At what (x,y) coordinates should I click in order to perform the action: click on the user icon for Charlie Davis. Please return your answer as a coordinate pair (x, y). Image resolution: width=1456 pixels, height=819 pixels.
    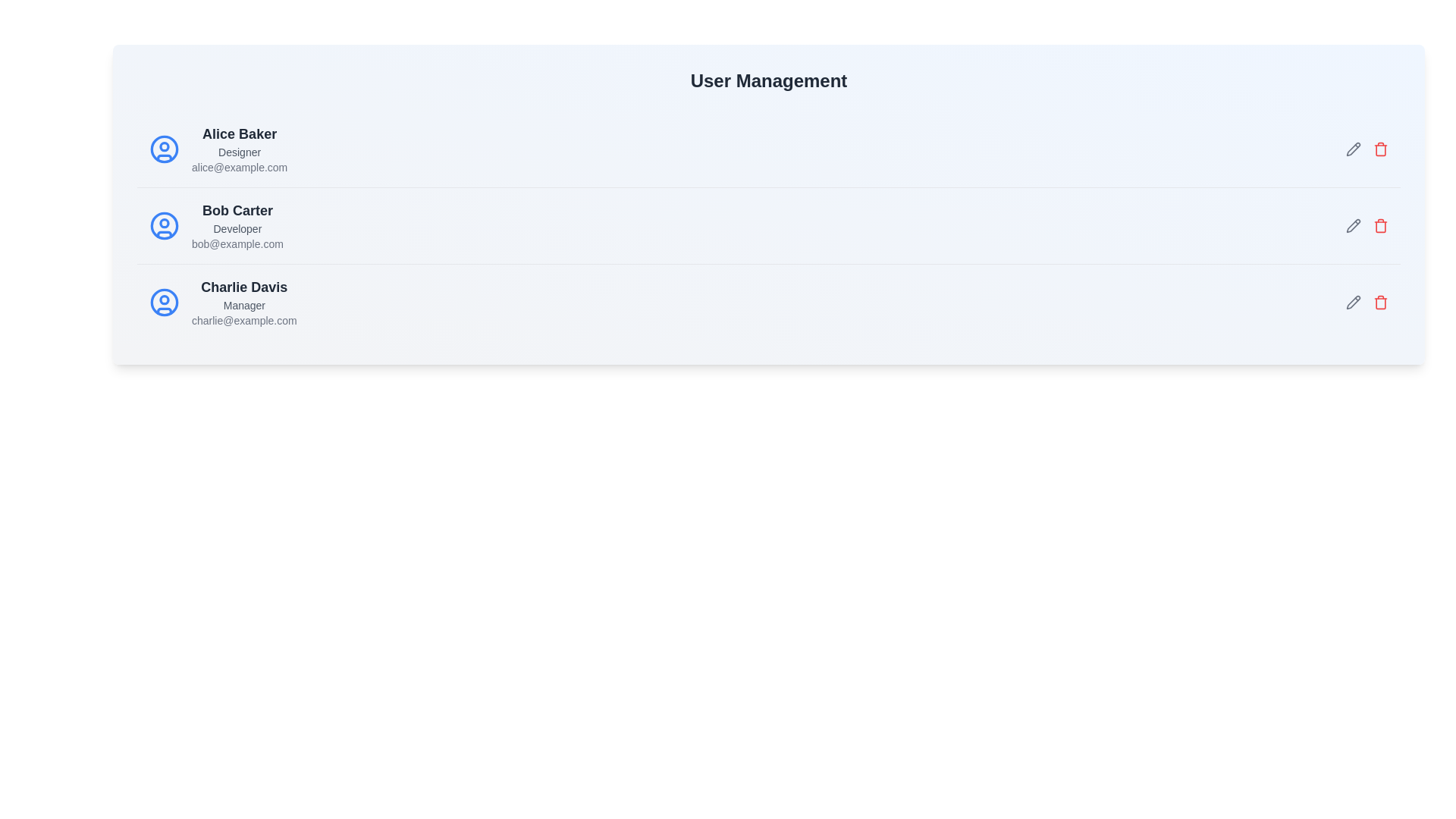
    Looking at the image, I should click on (164, 302).